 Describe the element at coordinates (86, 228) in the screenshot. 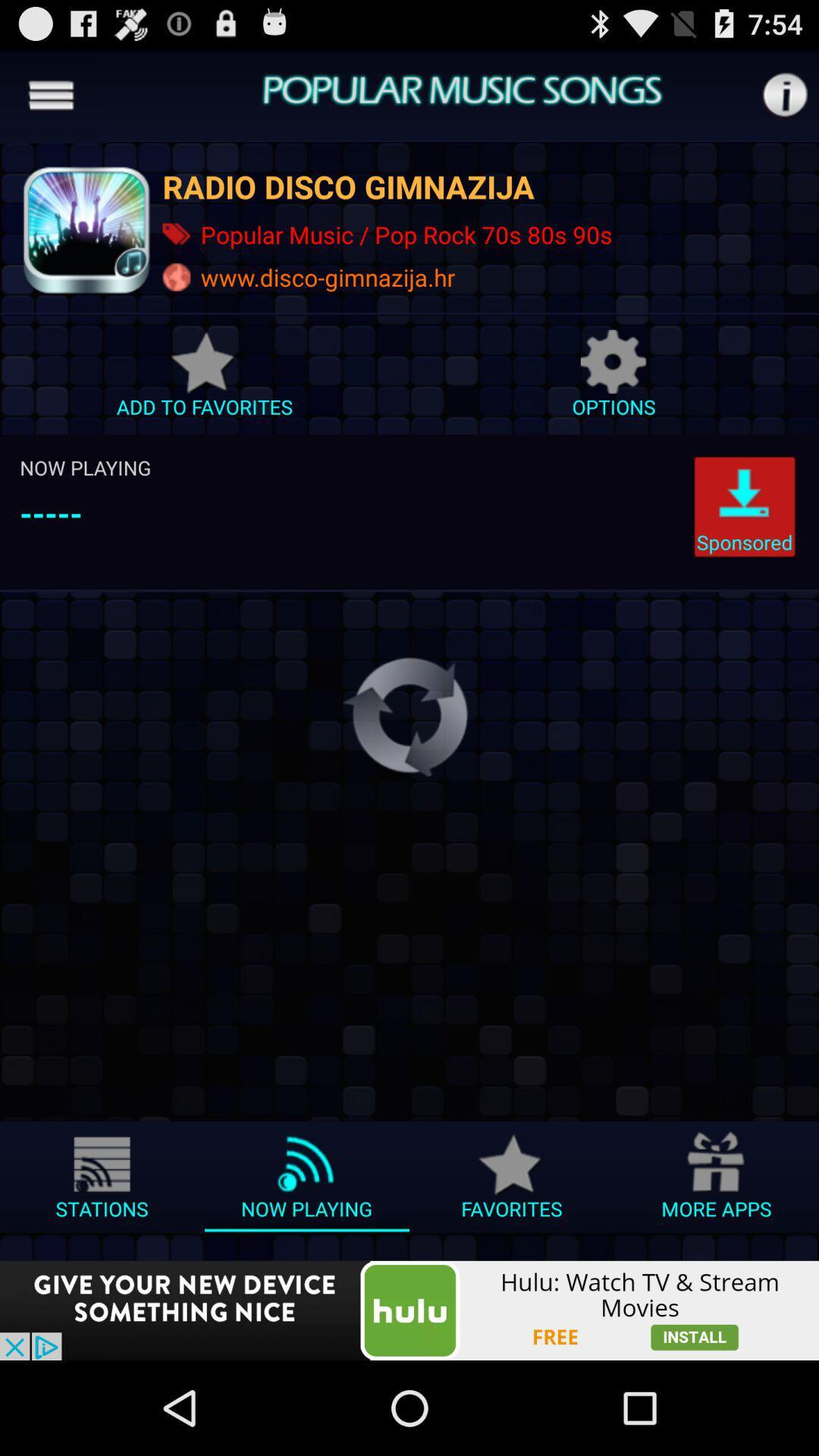

I see `the first image on the web page` at that location.